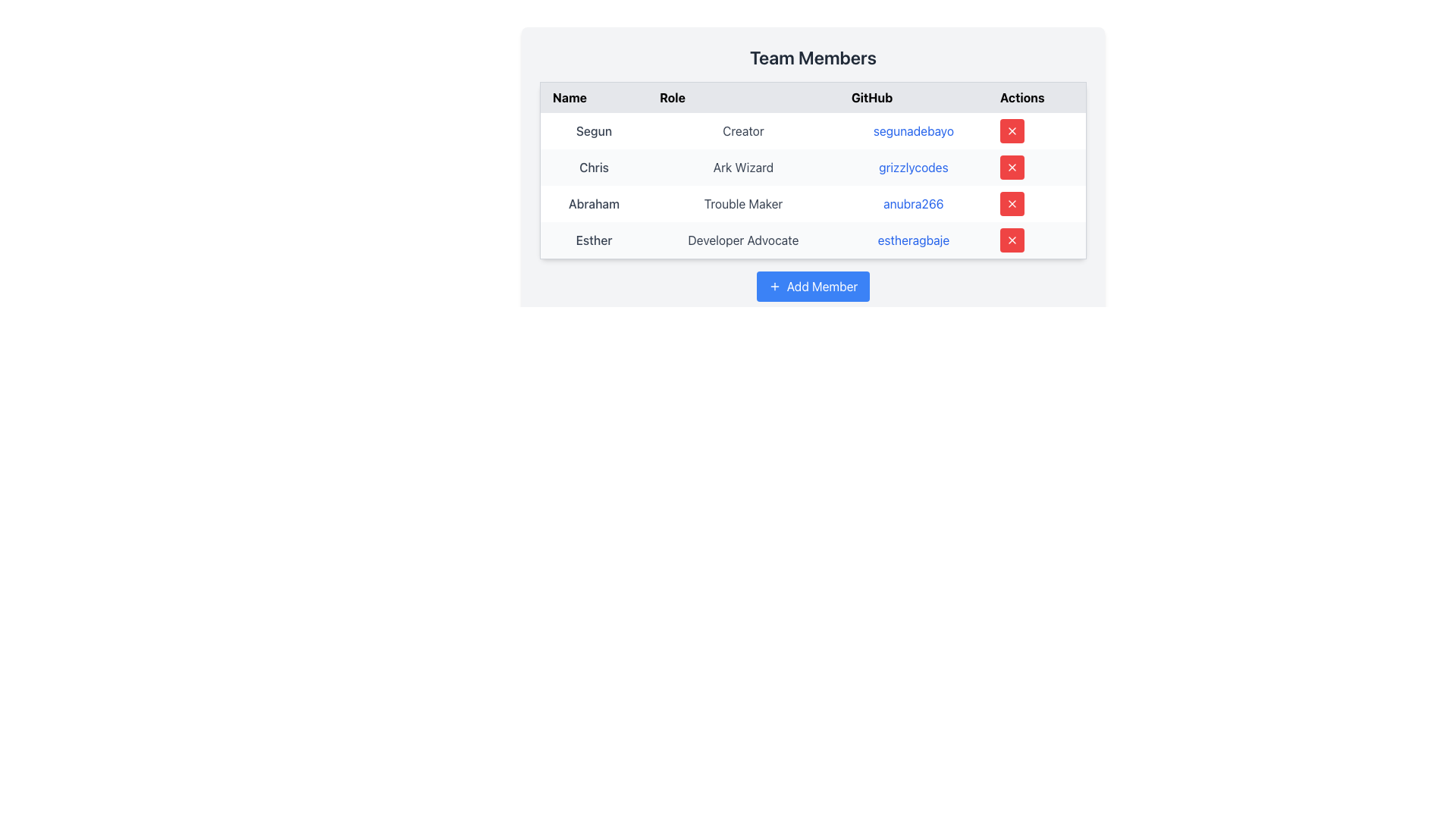 The image size is (1456, 819). I want to click on the text label displaying 'Ark Wizard' located under the 'Role' column in the row associated with 'Chris', so click(743, 167).